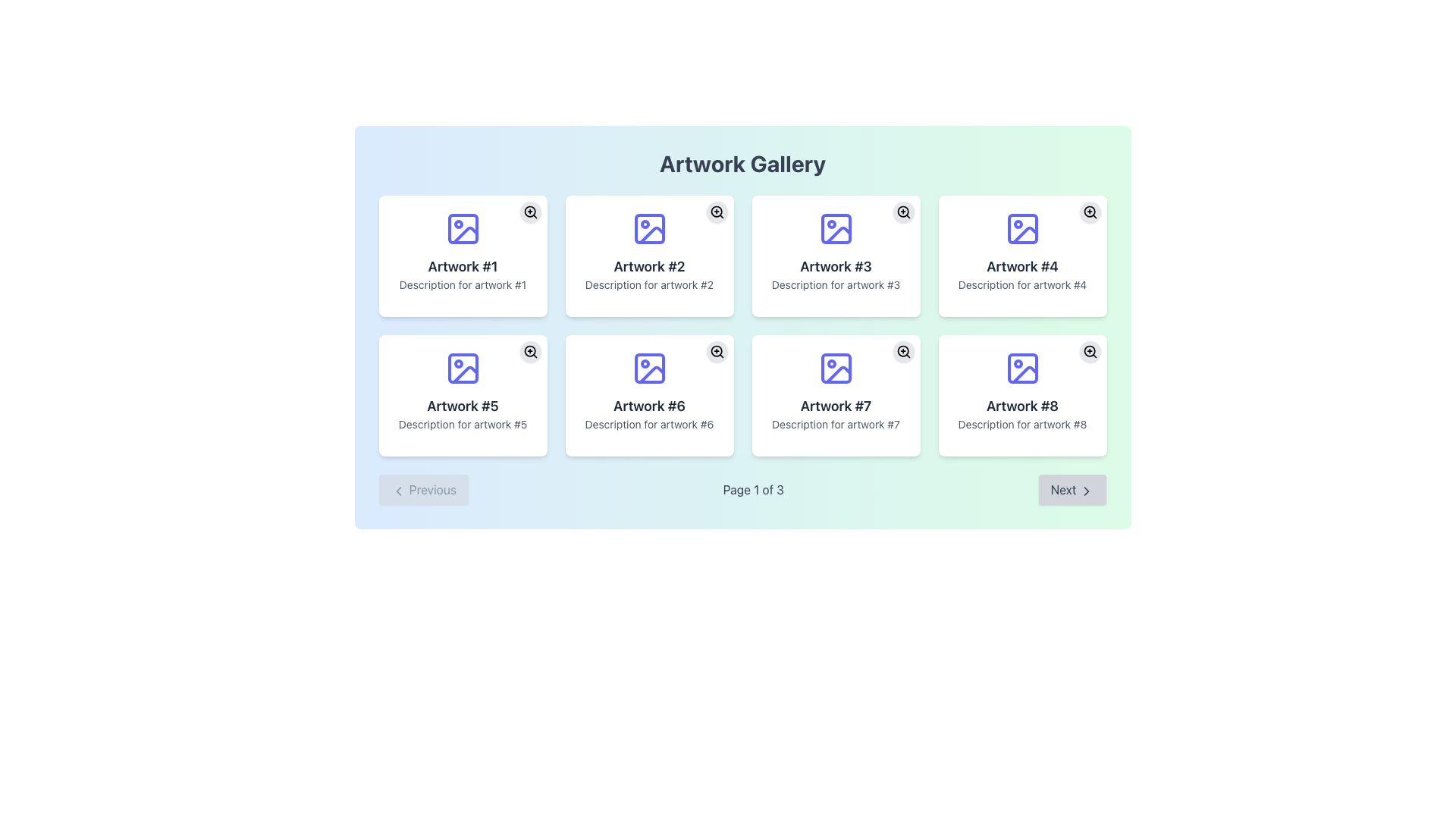  I want to click on the icon button located at the top-right corner of the block representing 'Artwork #7', so click(903, 351).